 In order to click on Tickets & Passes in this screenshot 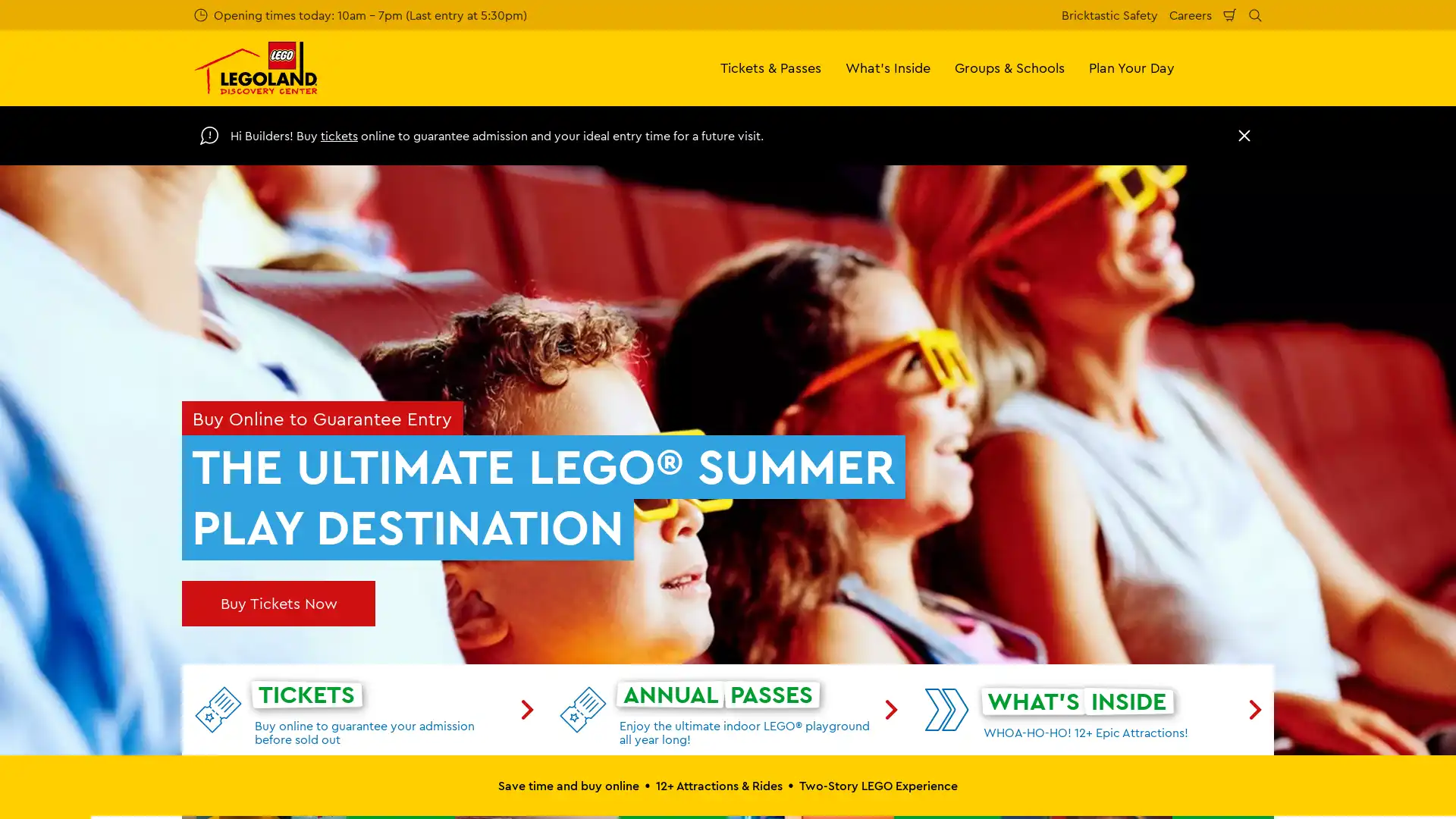, I will do `click(770, 67)`.